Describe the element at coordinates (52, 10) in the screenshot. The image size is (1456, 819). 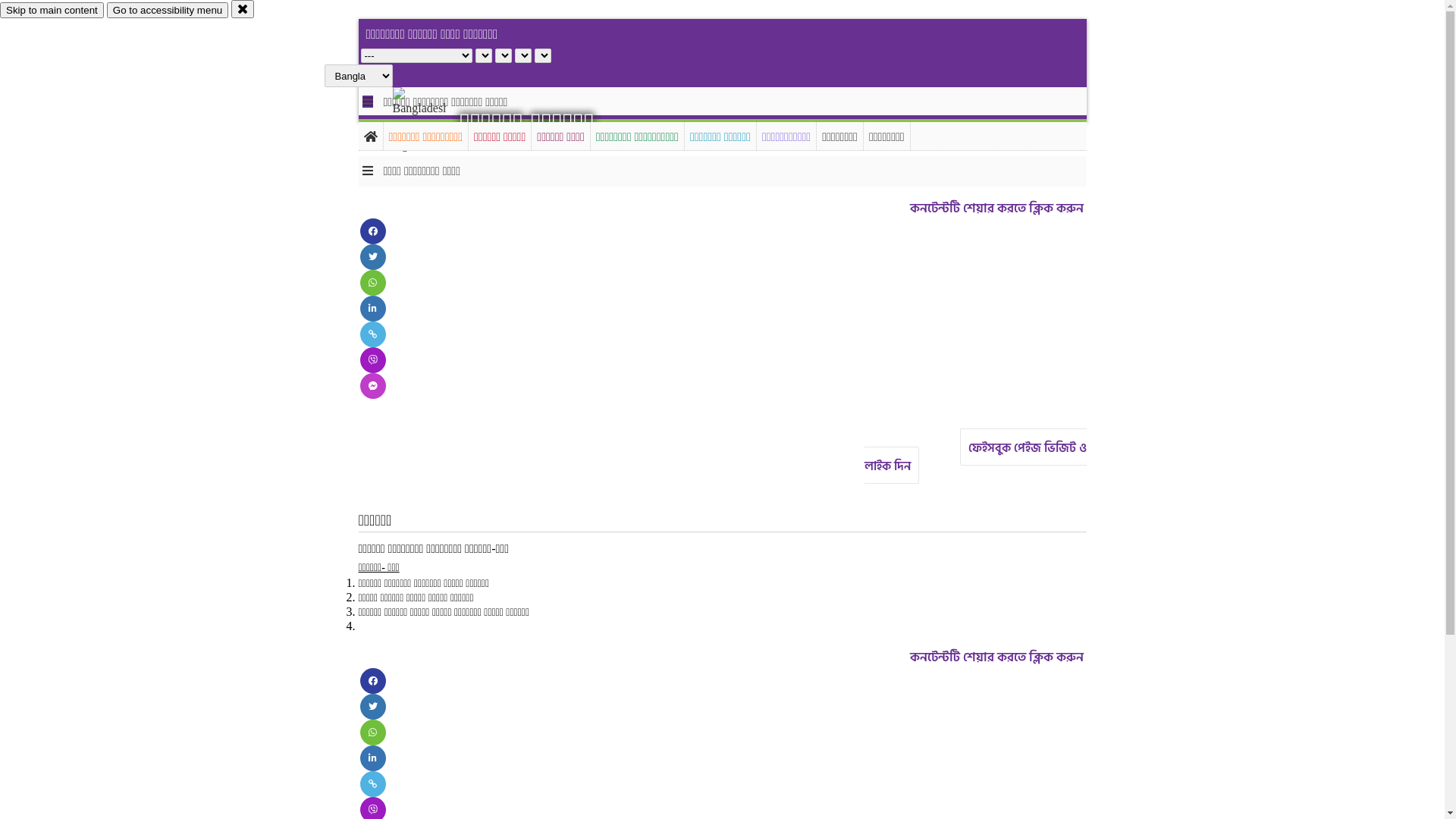
I see `'Skip to main content'` at that location.